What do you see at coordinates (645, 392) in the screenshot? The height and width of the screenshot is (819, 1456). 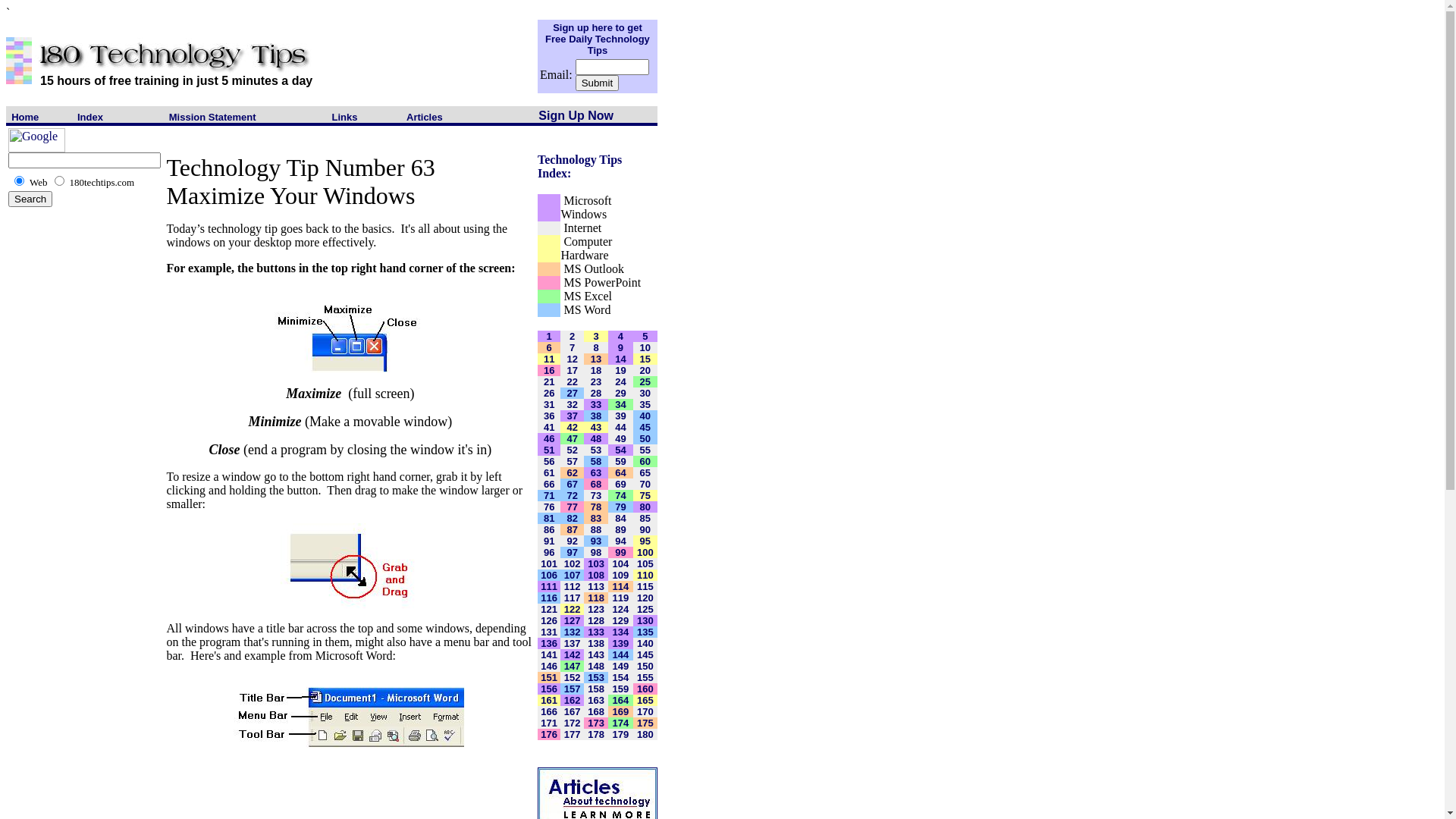 I see `'30'` at bounding box center [645, 392].